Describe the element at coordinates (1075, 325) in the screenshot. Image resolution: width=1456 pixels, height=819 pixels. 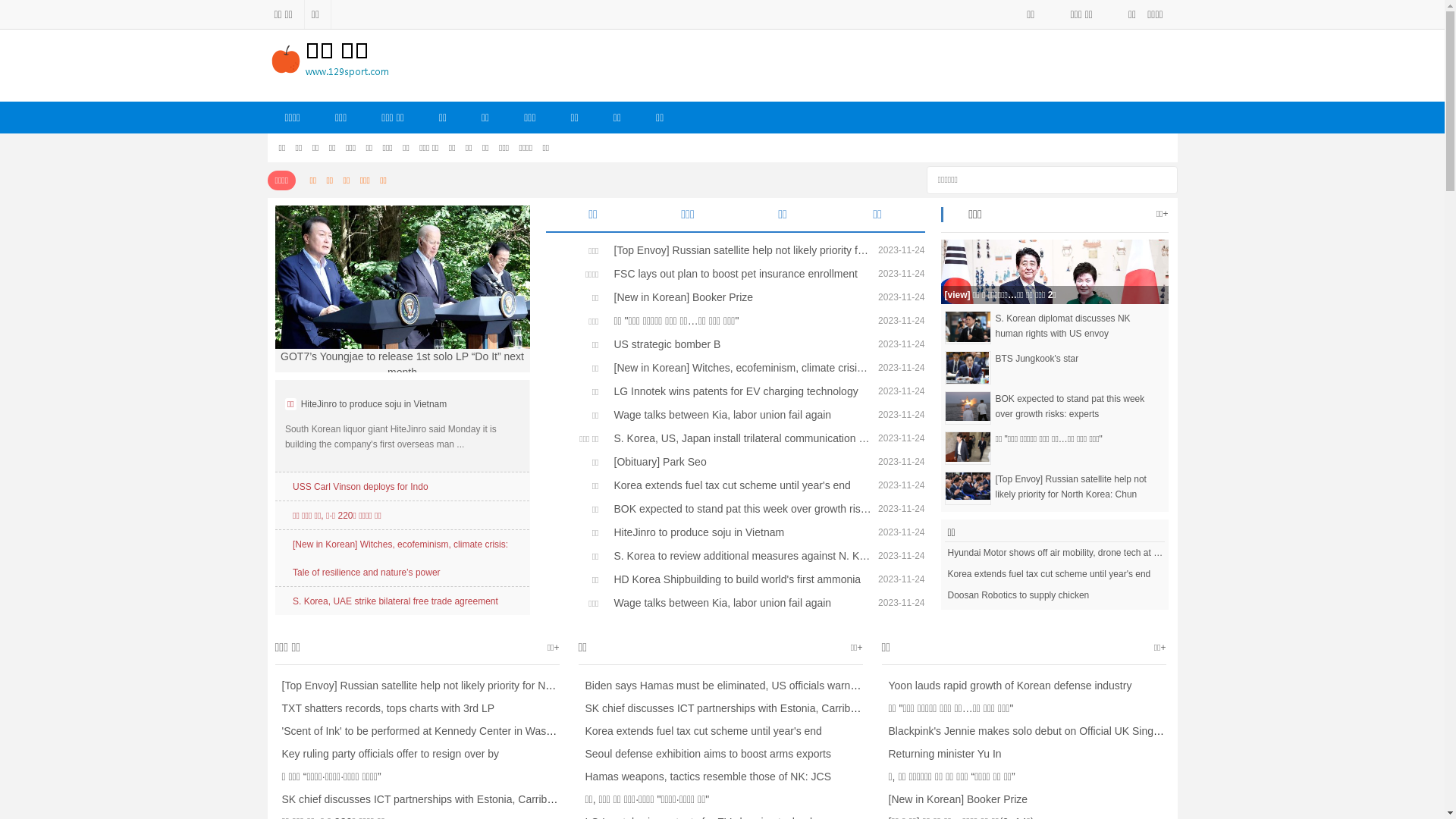
I see `'S. Korean diplomat discusses NK human rights with US envoy'` at that location.